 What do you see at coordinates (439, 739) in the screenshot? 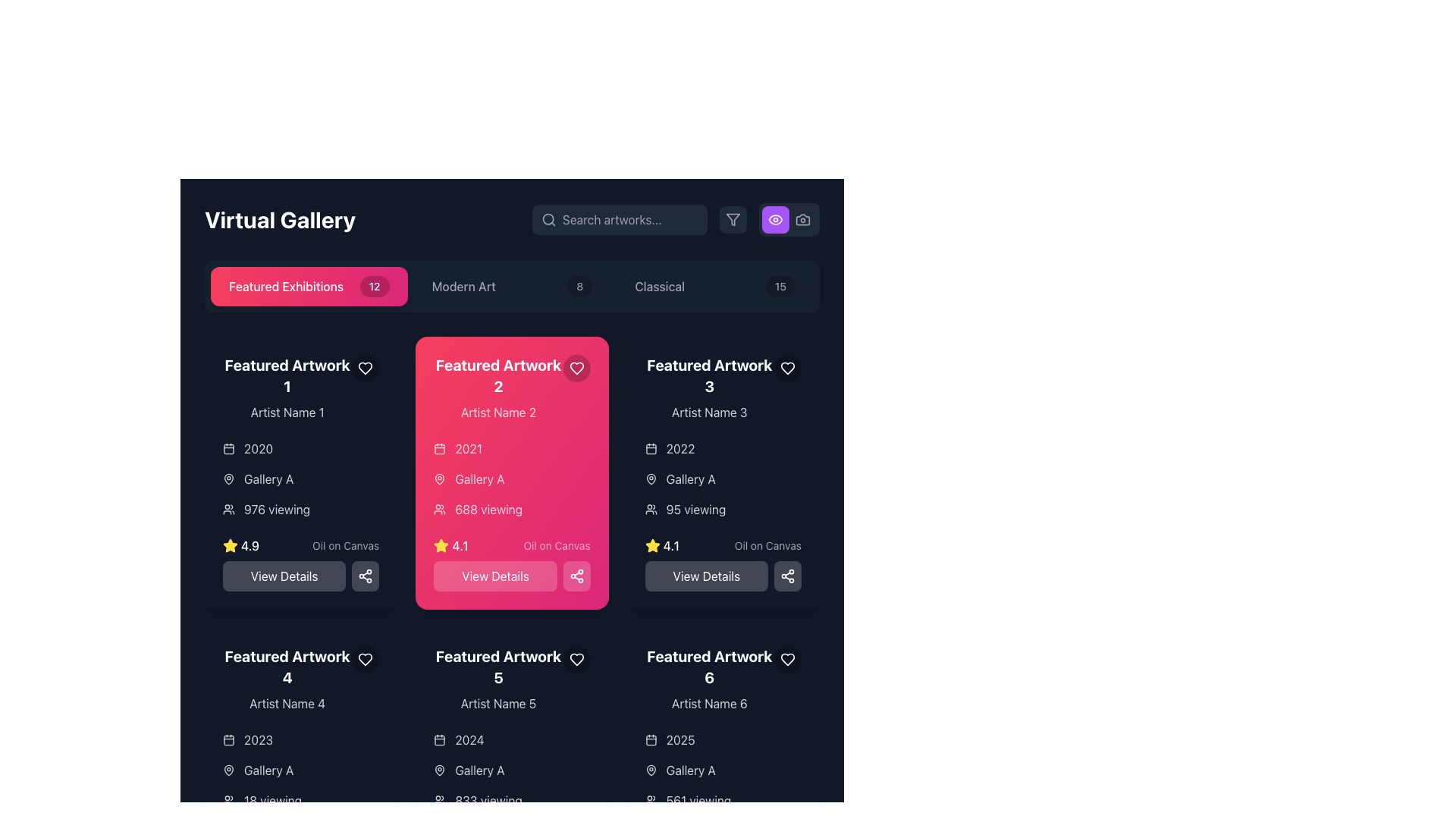
I see `the calendar icon, which is white with rounded corners and located leftmost among its siblings` at bounding box center [439, 739].